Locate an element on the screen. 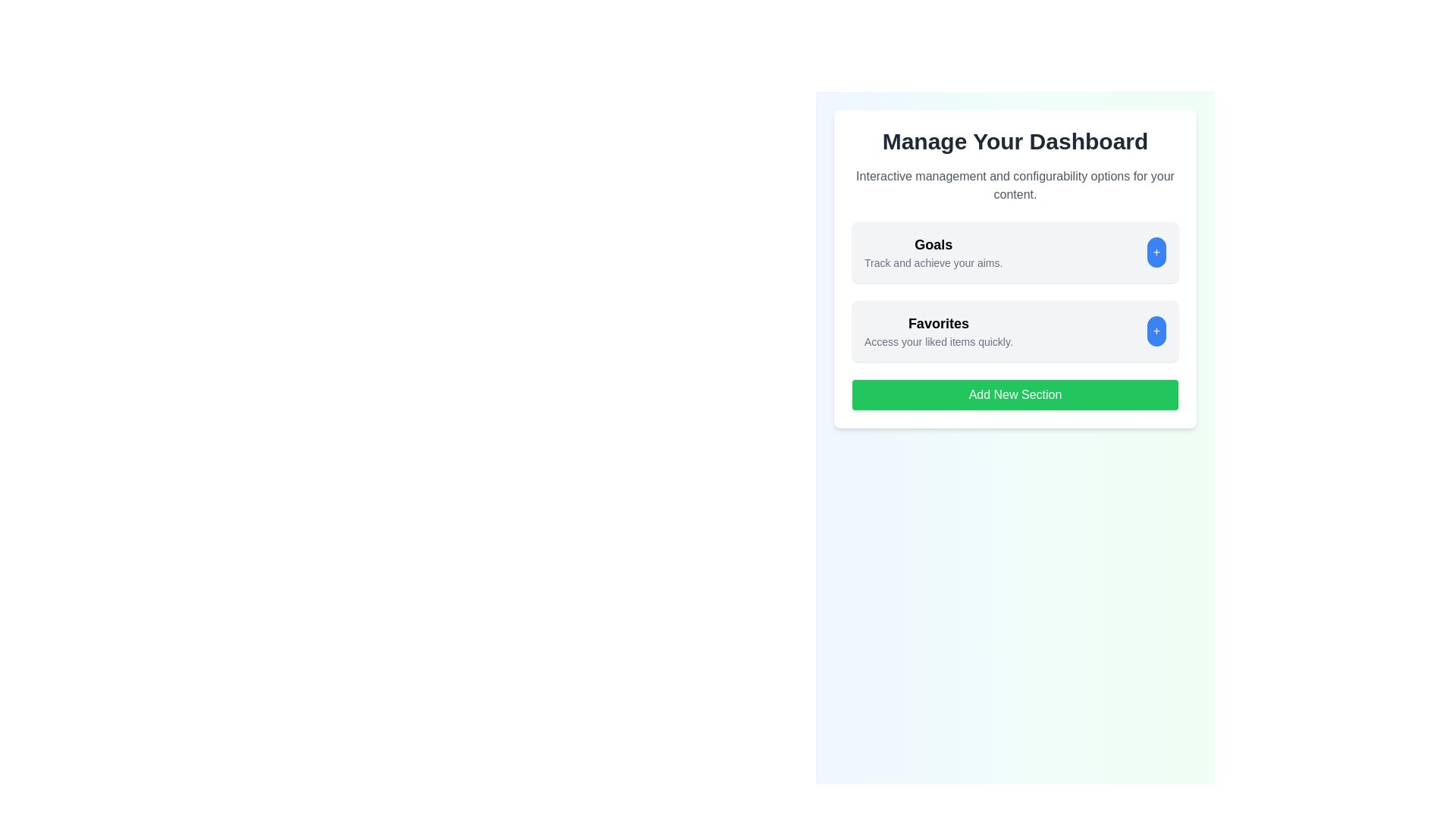  text label that serves as a heading for the section related to tracking and achieving goals, positioned above the subtitle 'Track and achieve your aims.' is located at coordinates (933, 244).